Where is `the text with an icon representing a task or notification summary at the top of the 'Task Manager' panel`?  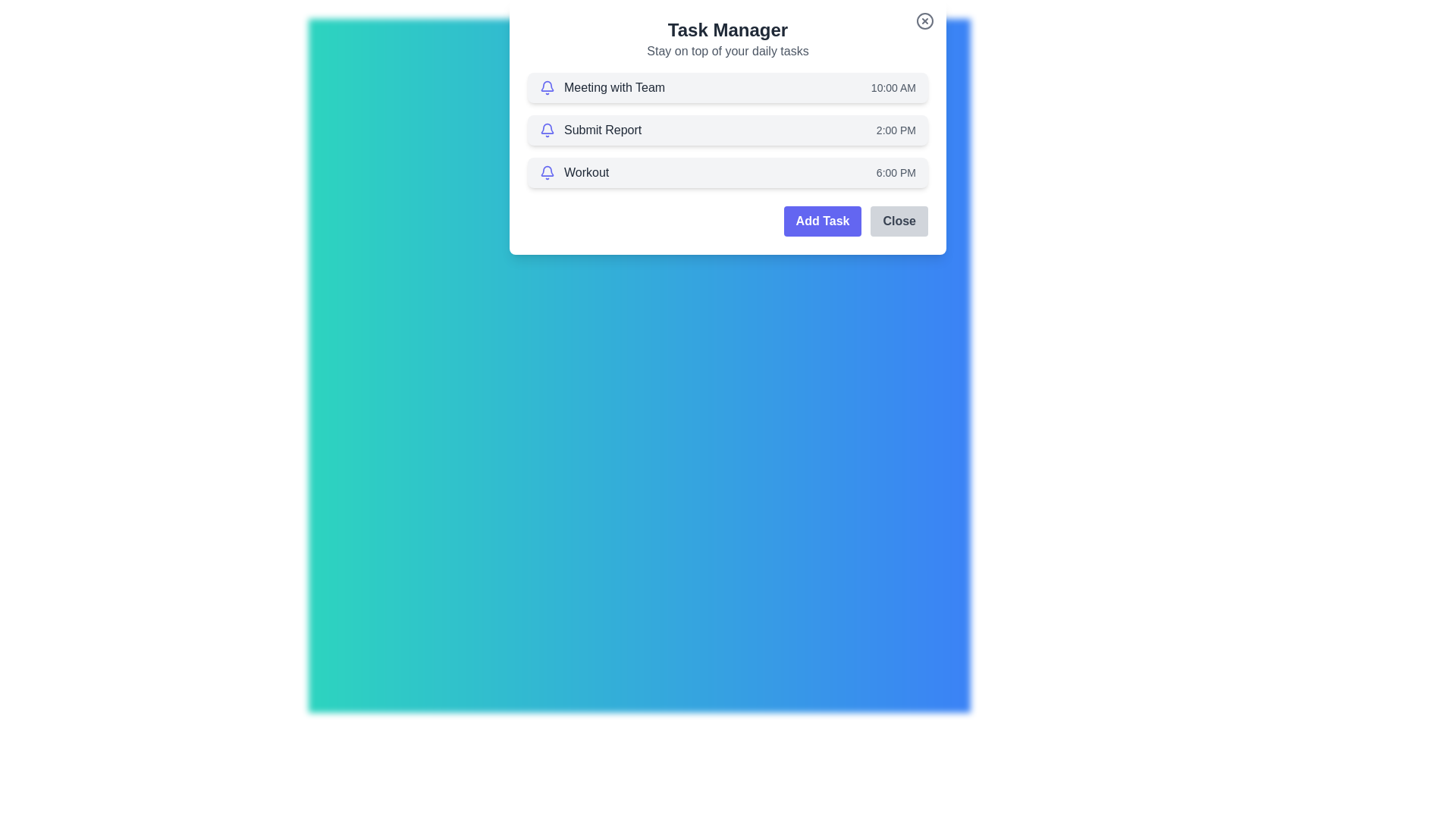 the text with an icon representing a task or notification summary at the top of the 'Task Manager' panel is located at coordinates (601, 87).